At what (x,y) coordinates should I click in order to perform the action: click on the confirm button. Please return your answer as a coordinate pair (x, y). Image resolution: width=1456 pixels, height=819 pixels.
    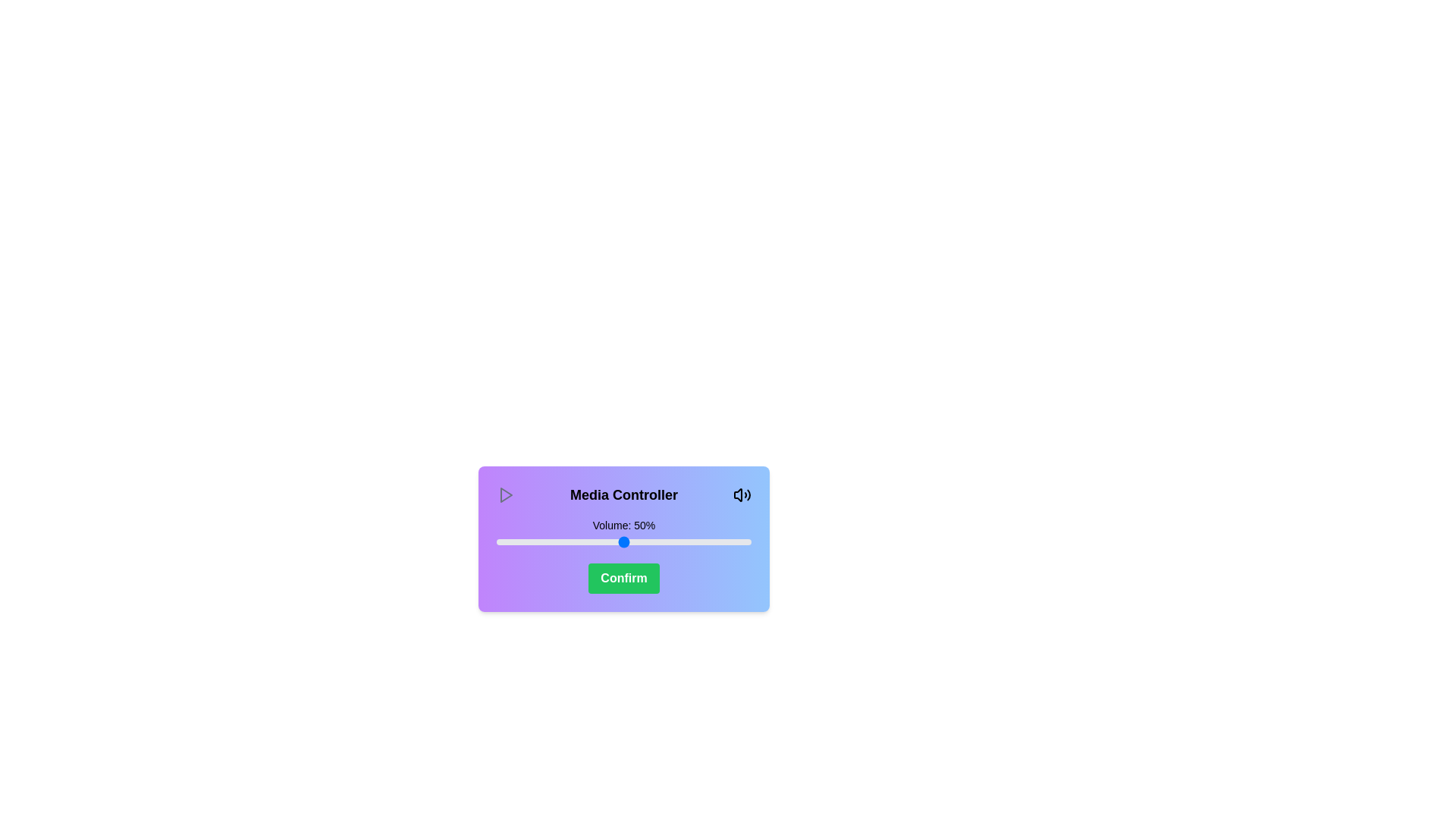
    Looking at the image, I should click on (623, 579).